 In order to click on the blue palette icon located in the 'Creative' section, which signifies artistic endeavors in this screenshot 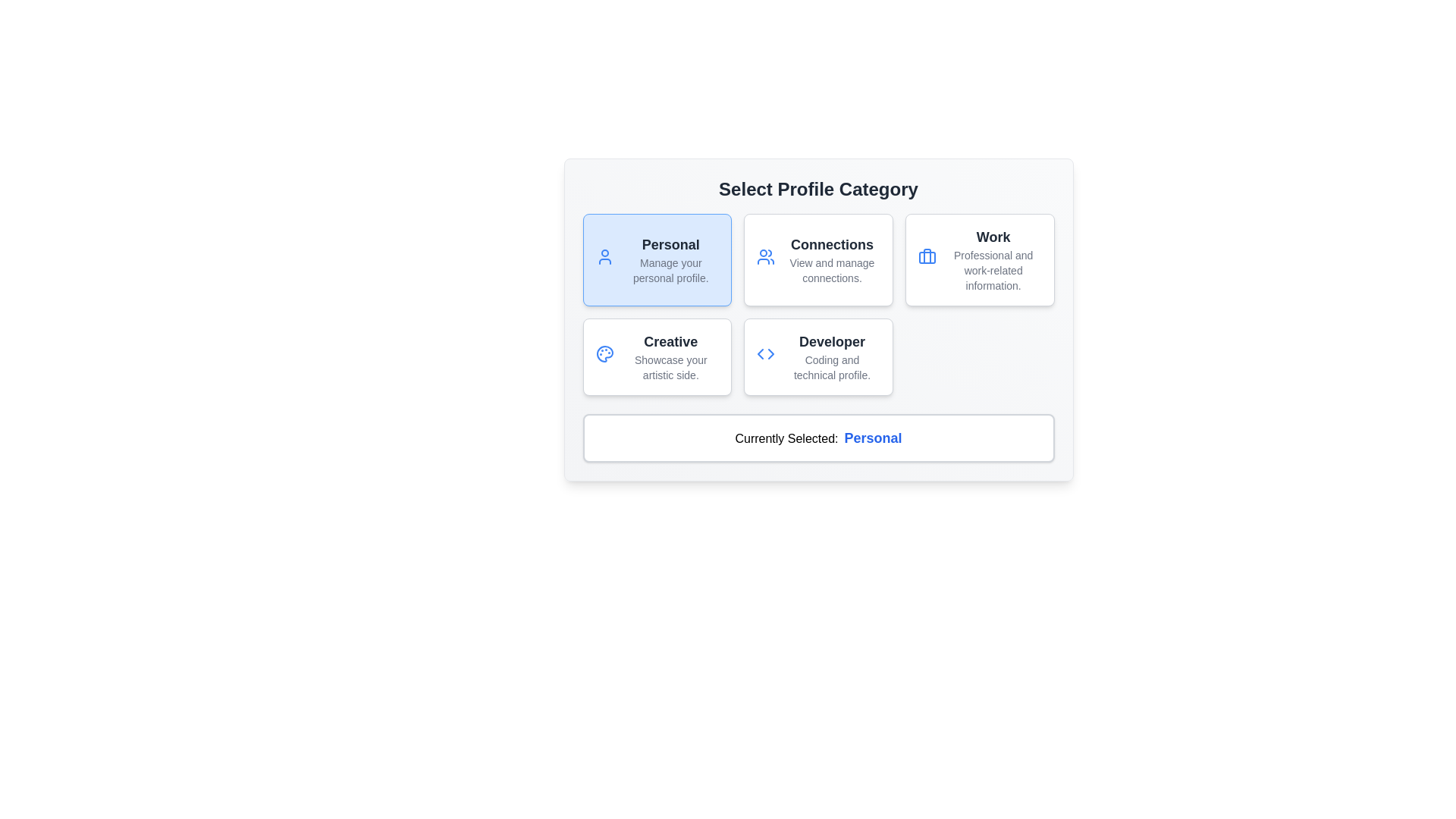, I will do `click(604, 356)`.